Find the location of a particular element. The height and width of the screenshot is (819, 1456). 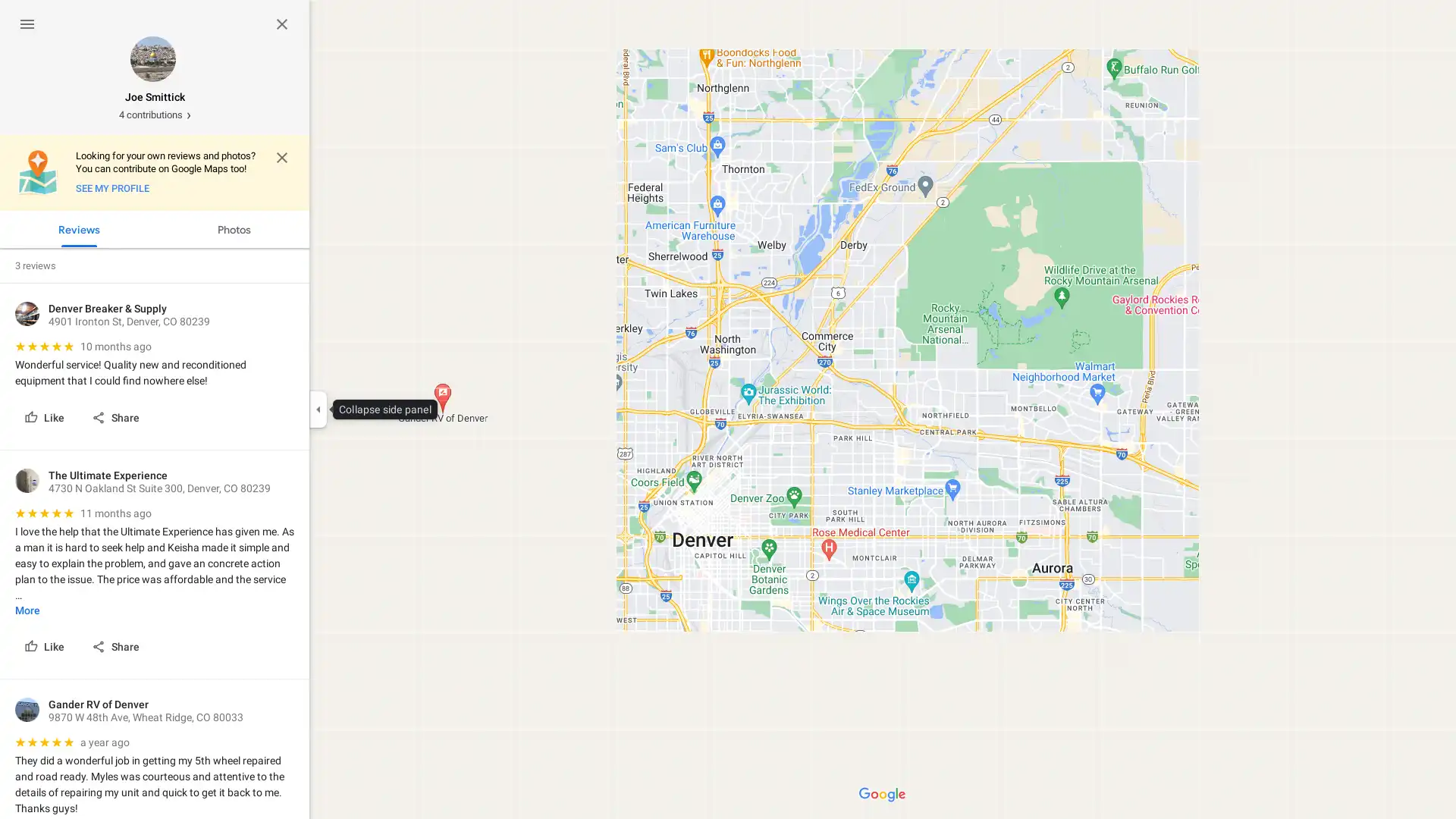

Dismiss is located at coordinates (282, 158).